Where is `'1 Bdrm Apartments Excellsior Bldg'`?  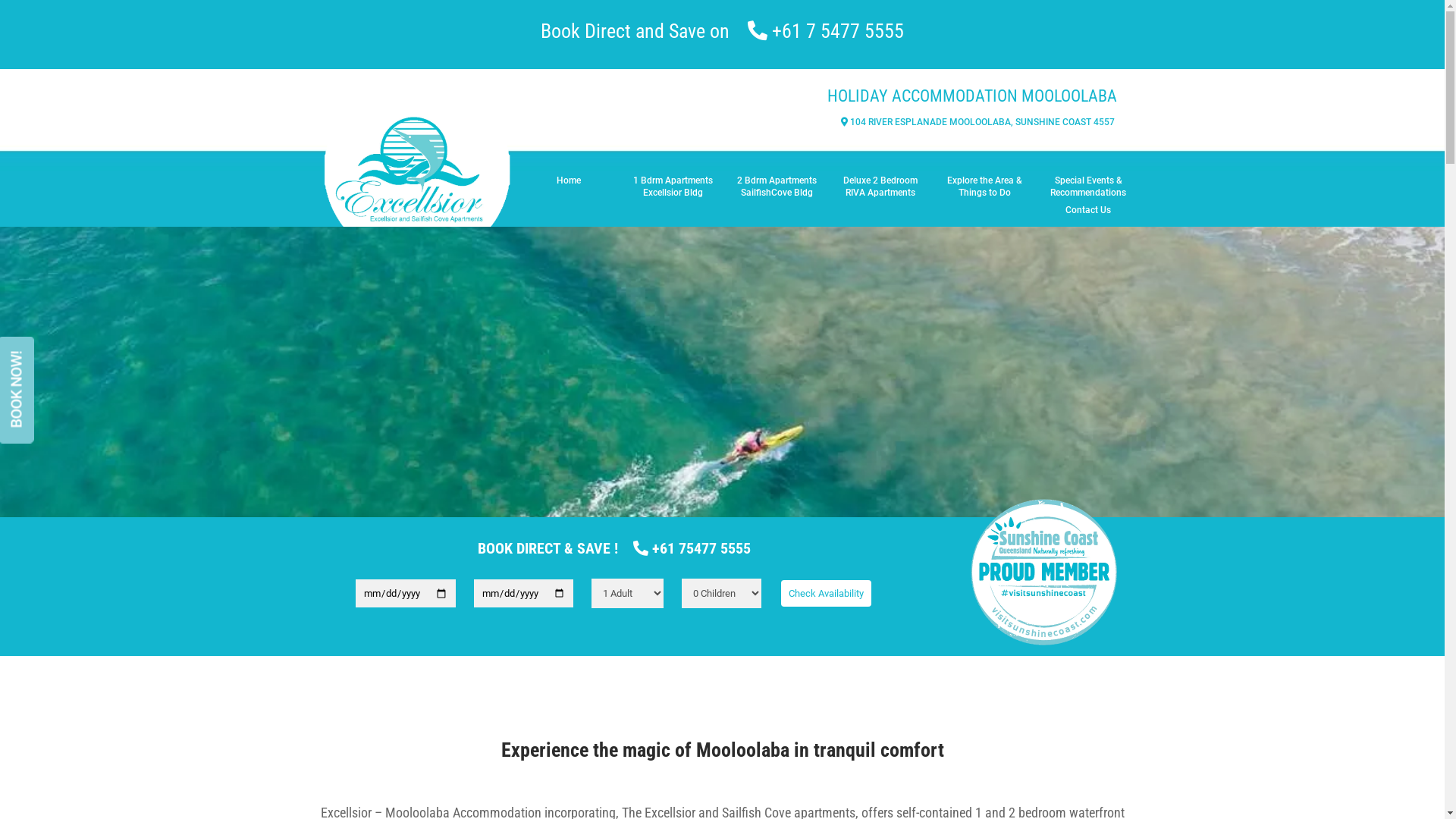
'1 Bdrm Apartments Excellsior Bldg' is located at coordinates (672, 186).